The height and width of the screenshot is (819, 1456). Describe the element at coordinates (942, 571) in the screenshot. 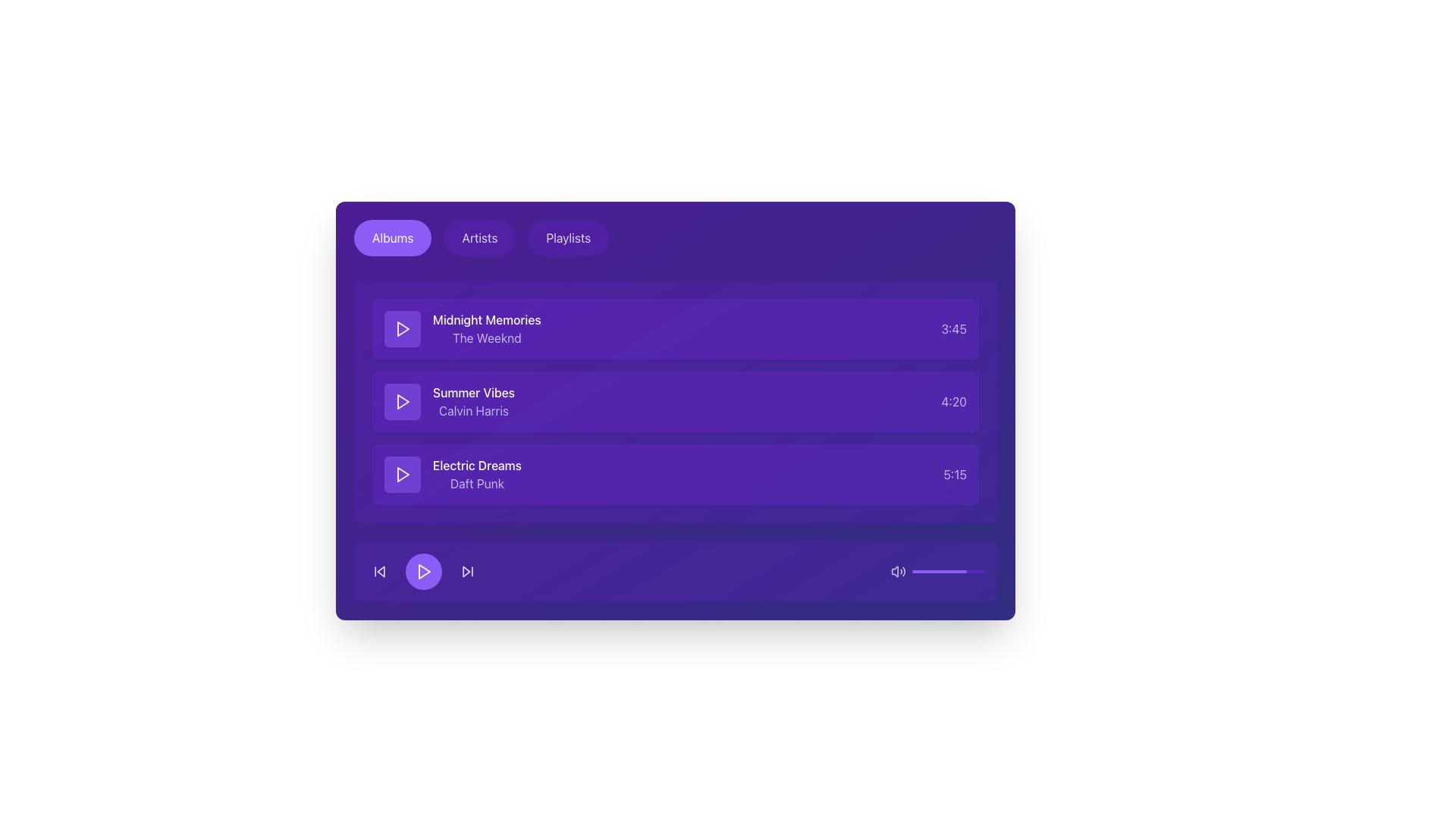

I see `the volume` at that location.